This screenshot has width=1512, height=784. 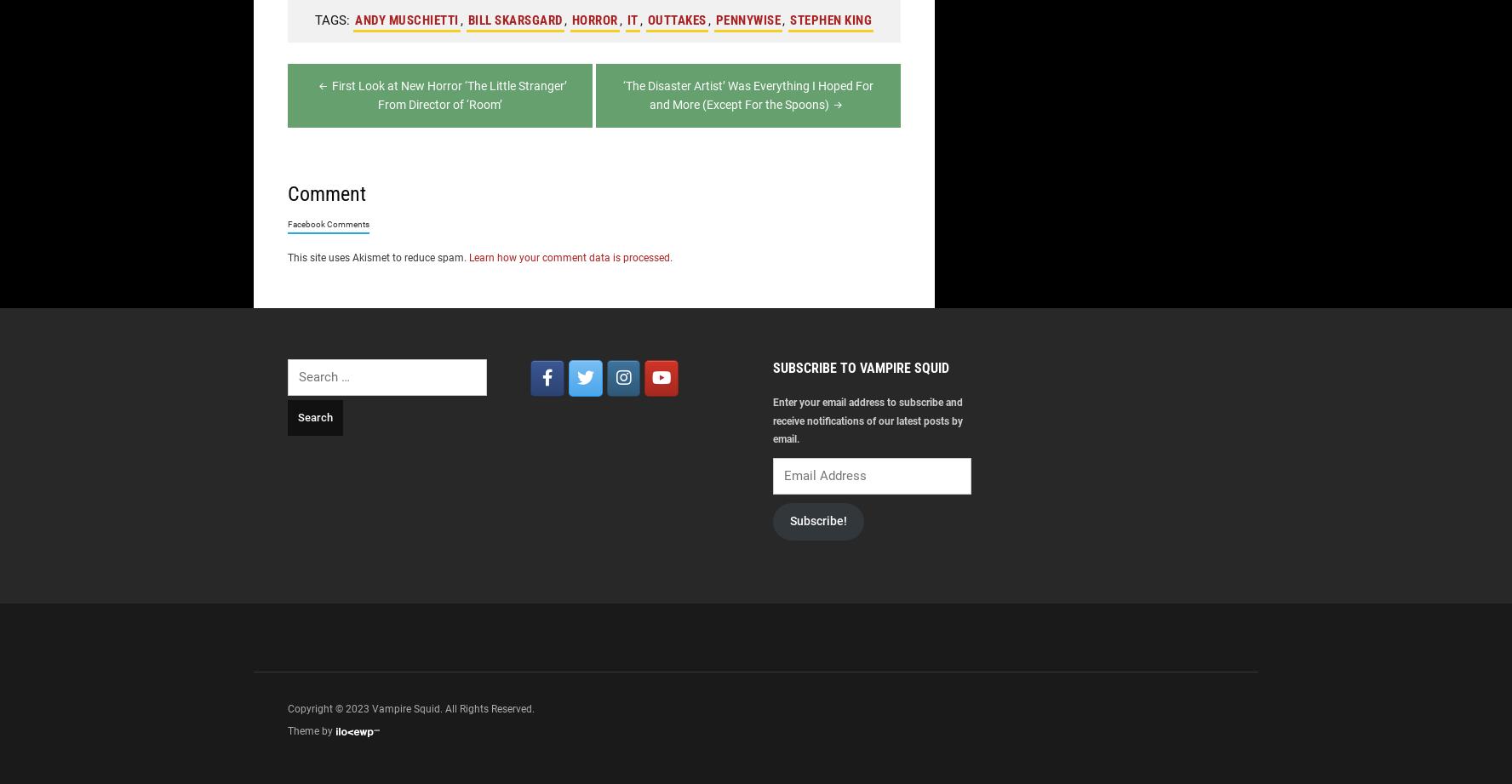 What do you see at coordinates (670, 255) in the screenshot?
I see `'.'` at bounding box center [670, 255].